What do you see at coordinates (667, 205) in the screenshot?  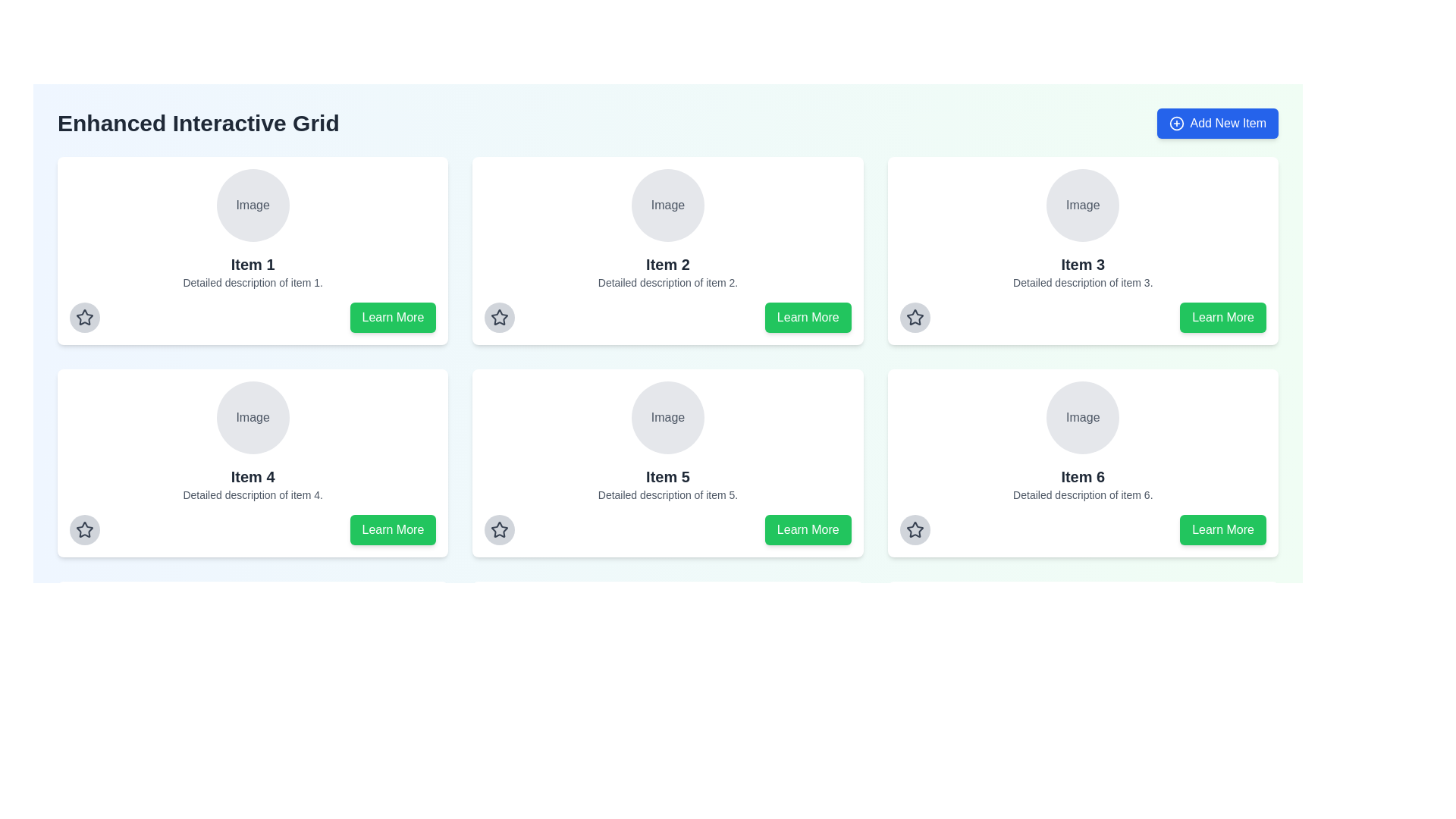 I see `the text label 'Image' styled in gray color, located centrally within a circular area in the second card of the grid layout labeled 'Item 2'` at bounding box center [667, 205].